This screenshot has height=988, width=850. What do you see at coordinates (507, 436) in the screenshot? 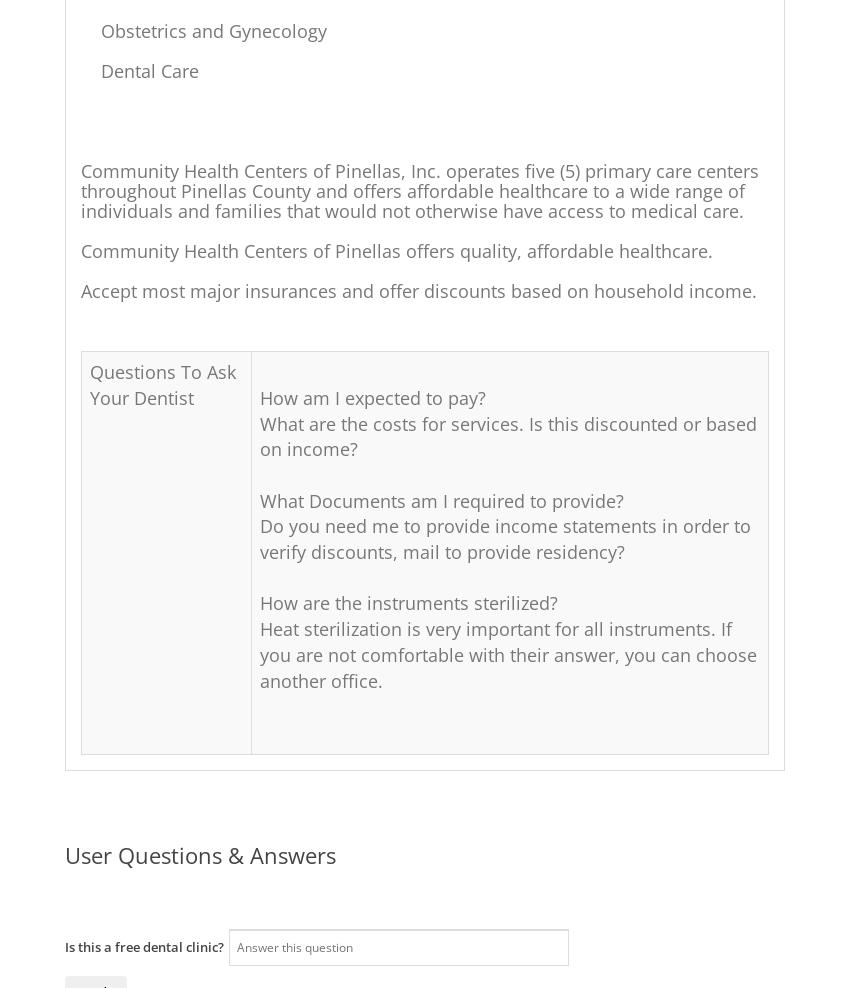
I see `'What are the costs for services. Is this discounted or based on income?'` at bounding box center [507, 436].